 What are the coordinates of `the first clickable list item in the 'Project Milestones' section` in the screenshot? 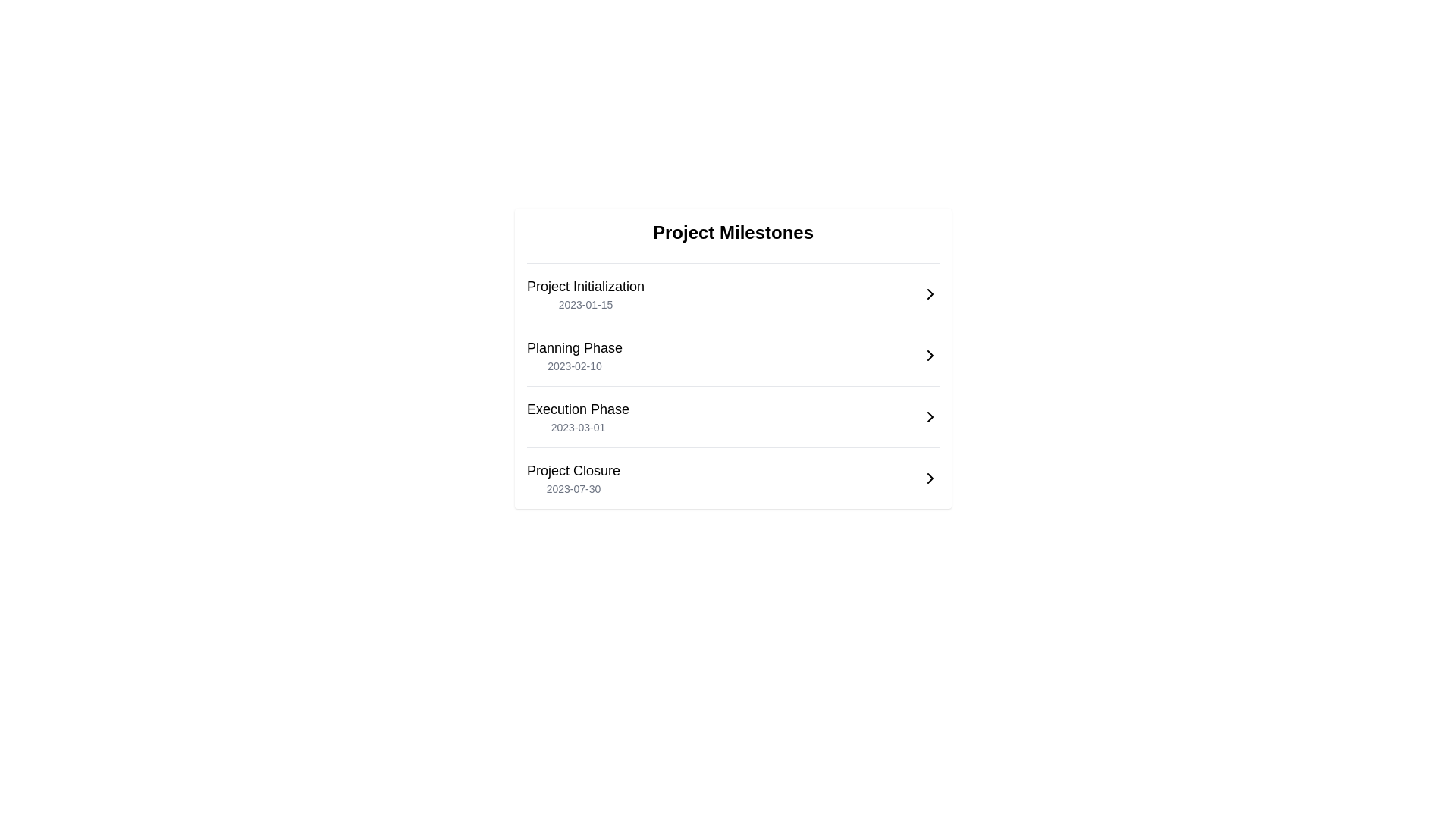 It's located at (733, 294).